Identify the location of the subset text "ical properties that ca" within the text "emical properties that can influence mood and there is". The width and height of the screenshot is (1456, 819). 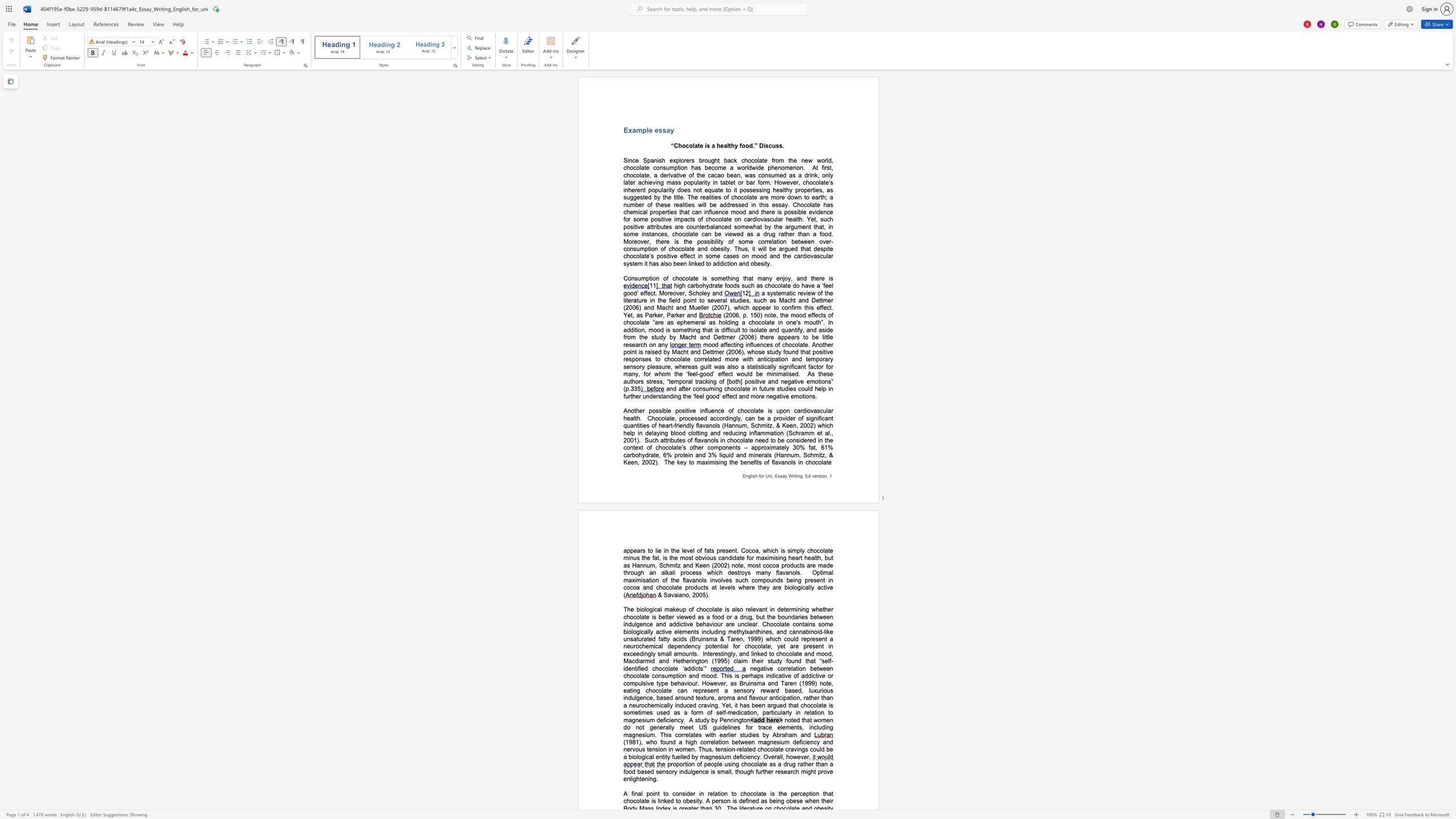
(638, 211).